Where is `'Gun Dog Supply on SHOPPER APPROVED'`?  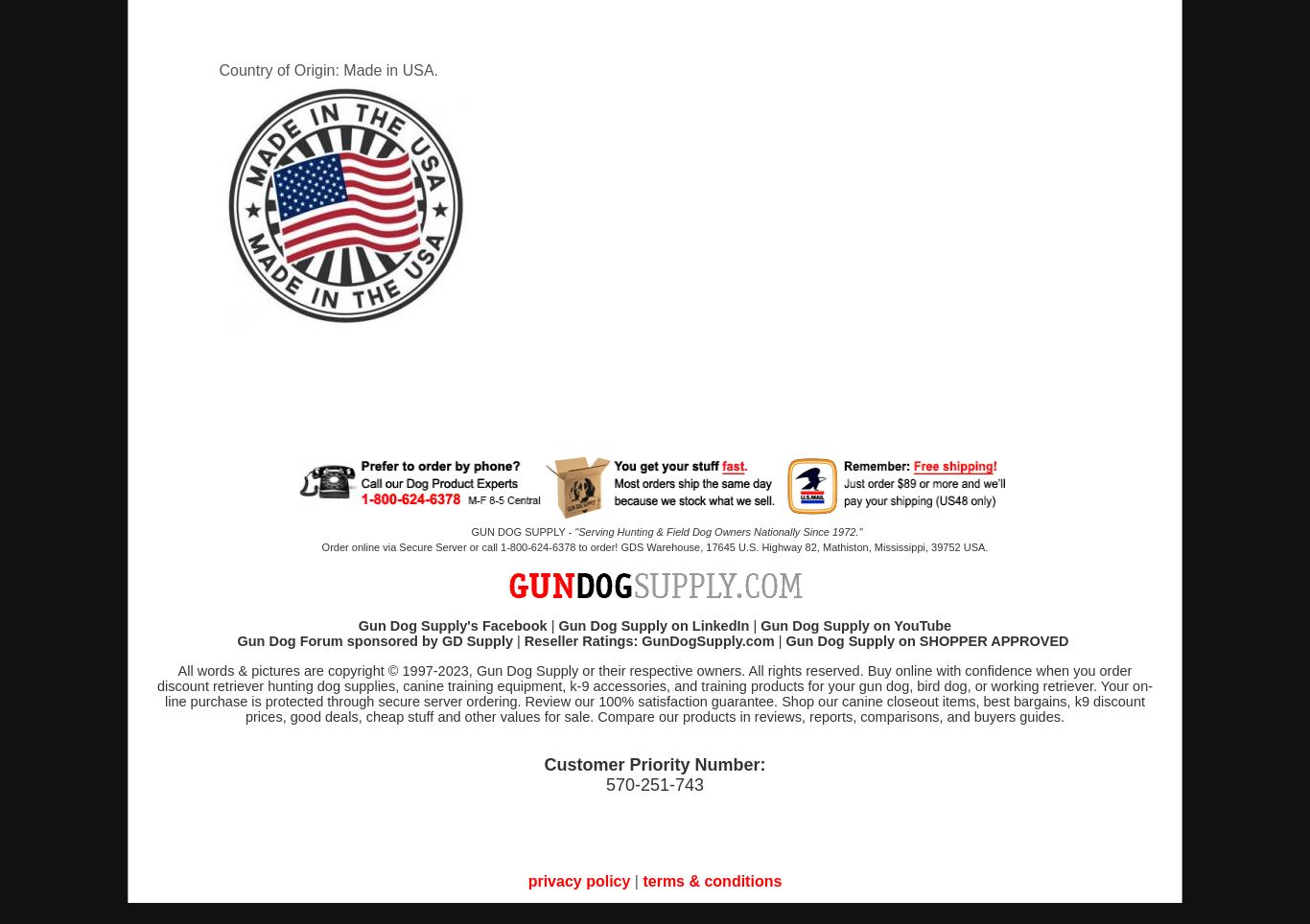 'Gun Dog Supply on SHOPPER APPROVED' is located at coordinates (926, 640).